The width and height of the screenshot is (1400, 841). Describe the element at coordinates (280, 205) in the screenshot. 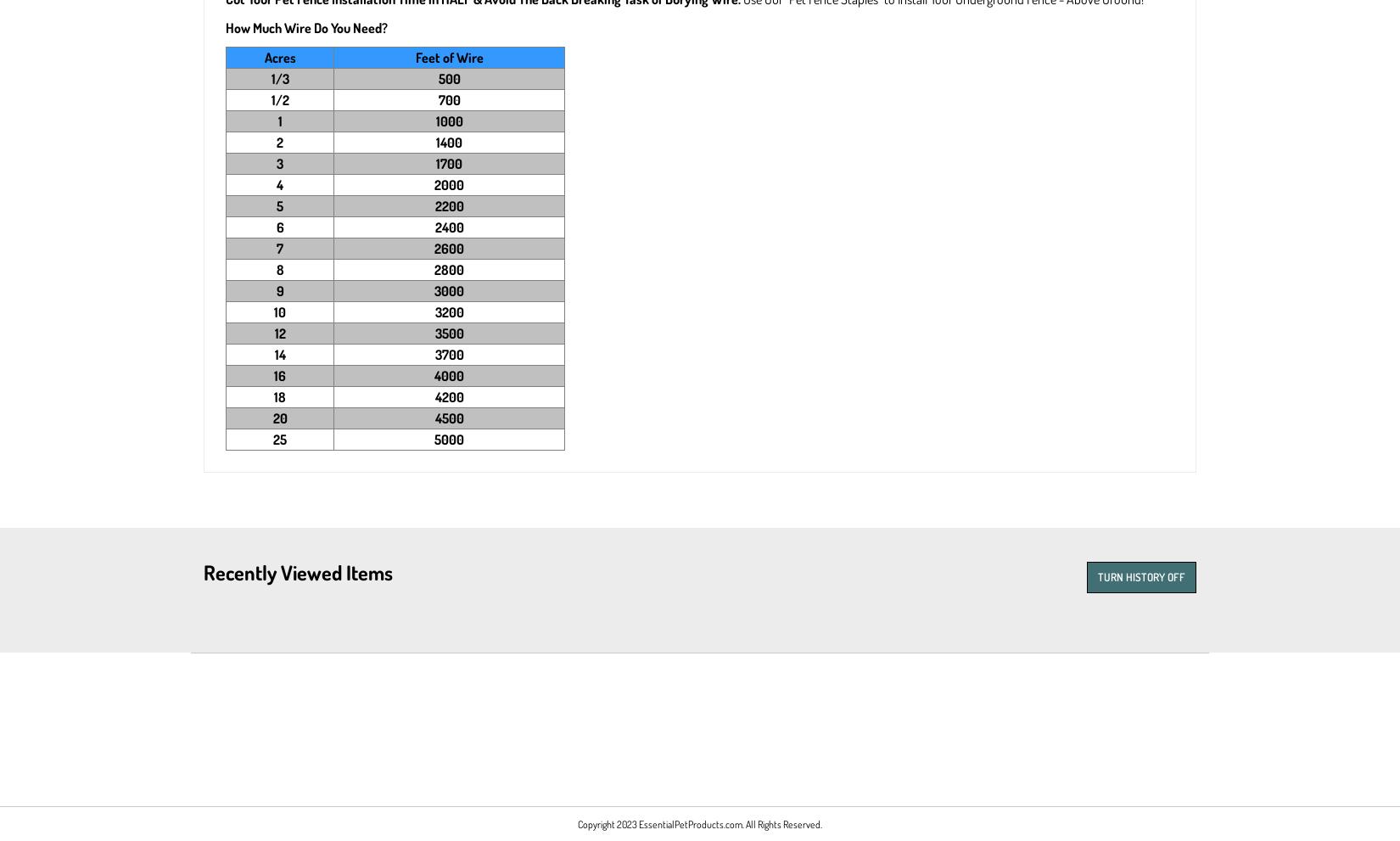

I see `'5'` at that location.